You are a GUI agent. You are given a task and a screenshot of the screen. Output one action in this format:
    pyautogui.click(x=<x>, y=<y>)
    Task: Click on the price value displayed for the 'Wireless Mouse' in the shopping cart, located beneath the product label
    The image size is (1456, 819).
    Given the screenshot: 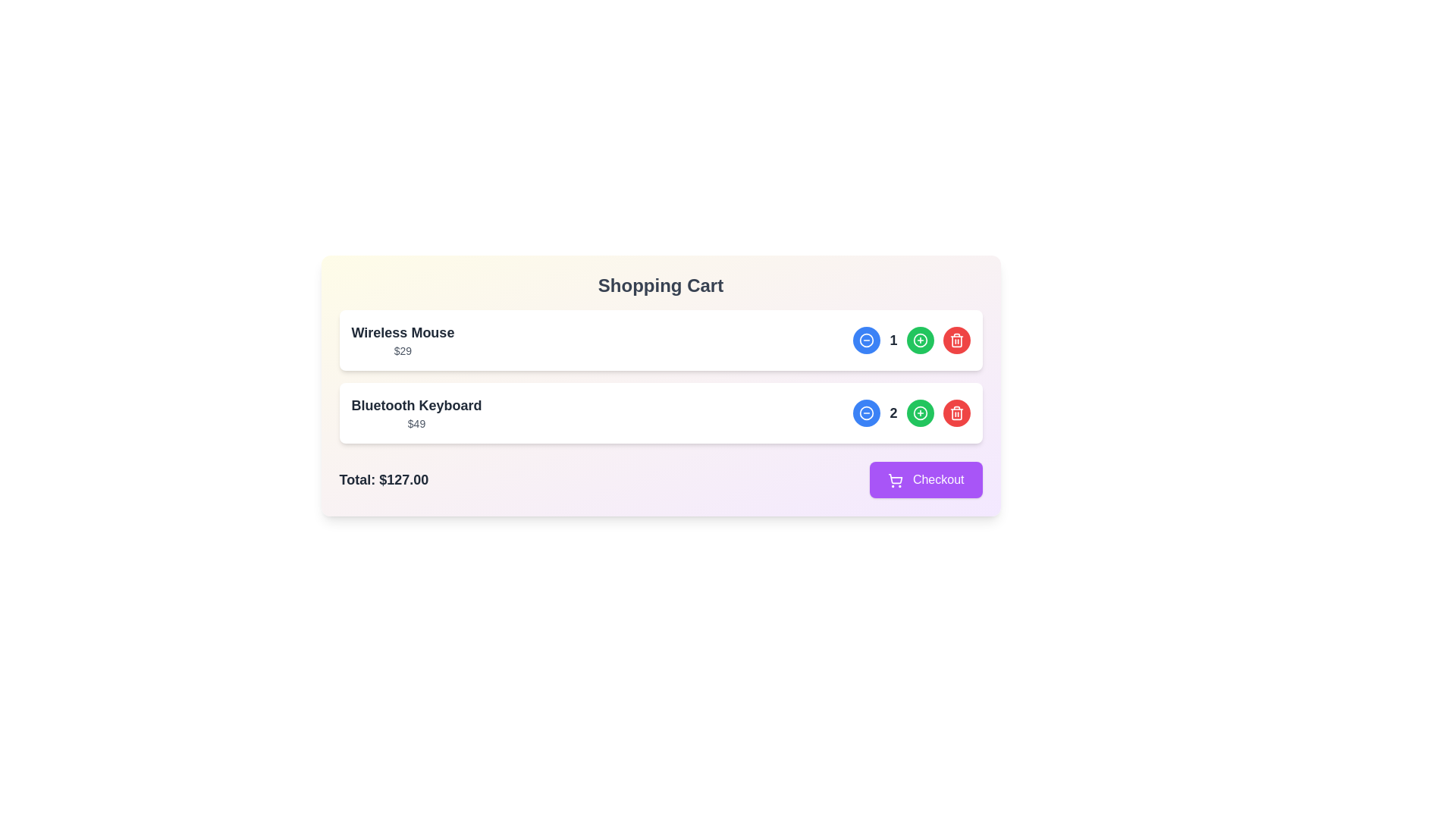 What is the action you would take?
    pyautogui.click(x=403, y=350)
    